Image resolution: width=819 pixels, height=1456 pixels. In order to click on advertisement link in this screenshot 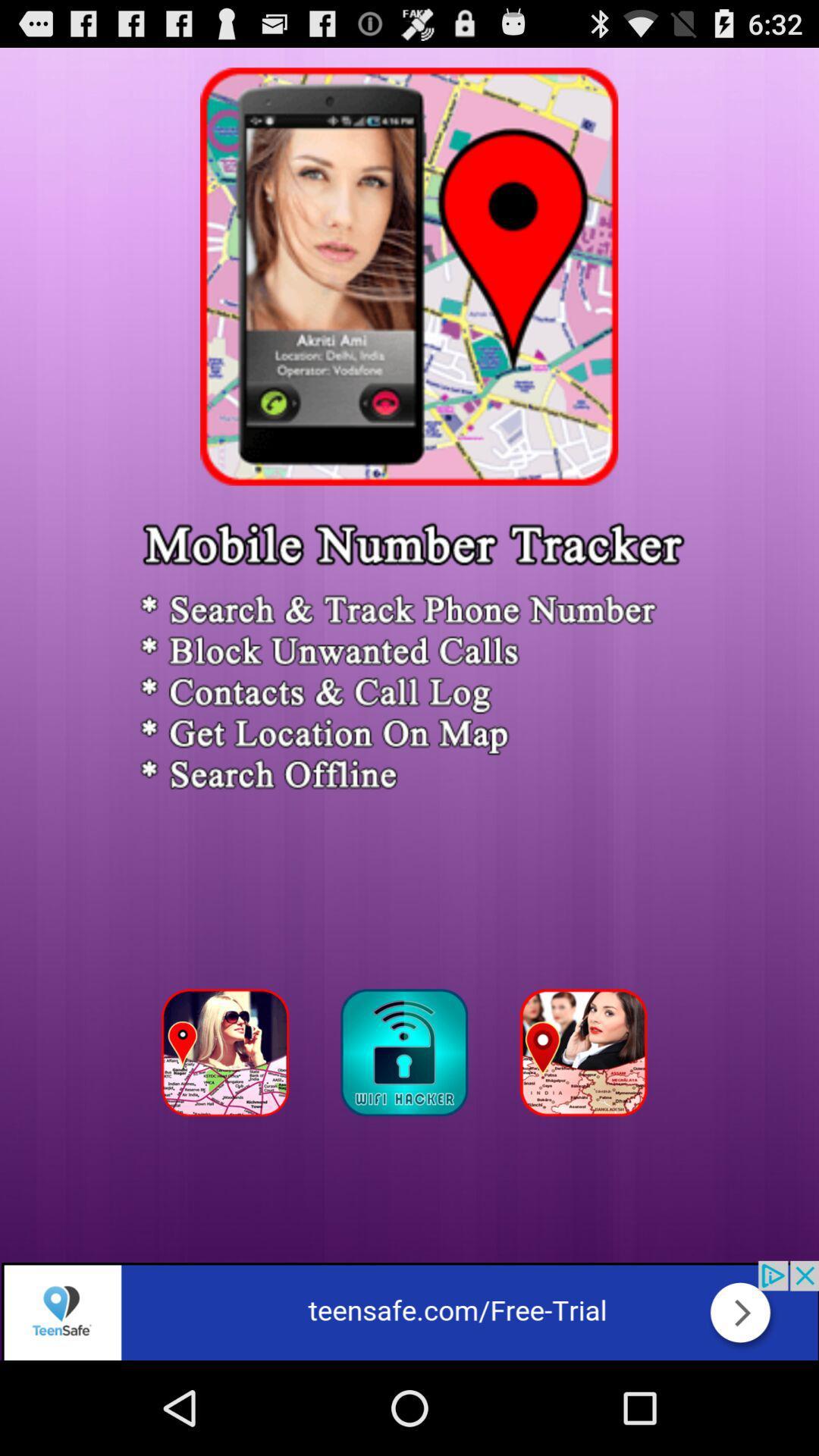, I will do `click(409, 1310)`.